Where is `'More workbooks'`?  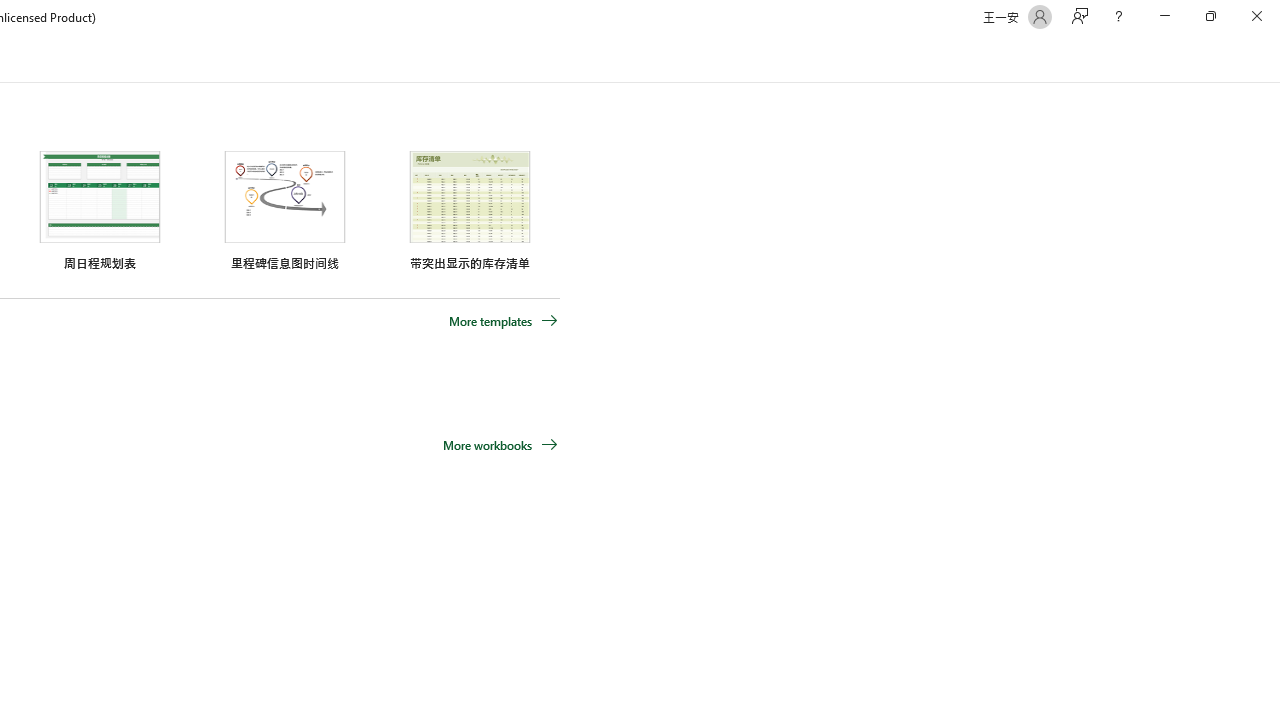
'More workbooks' is located at coordinates (501, 443).